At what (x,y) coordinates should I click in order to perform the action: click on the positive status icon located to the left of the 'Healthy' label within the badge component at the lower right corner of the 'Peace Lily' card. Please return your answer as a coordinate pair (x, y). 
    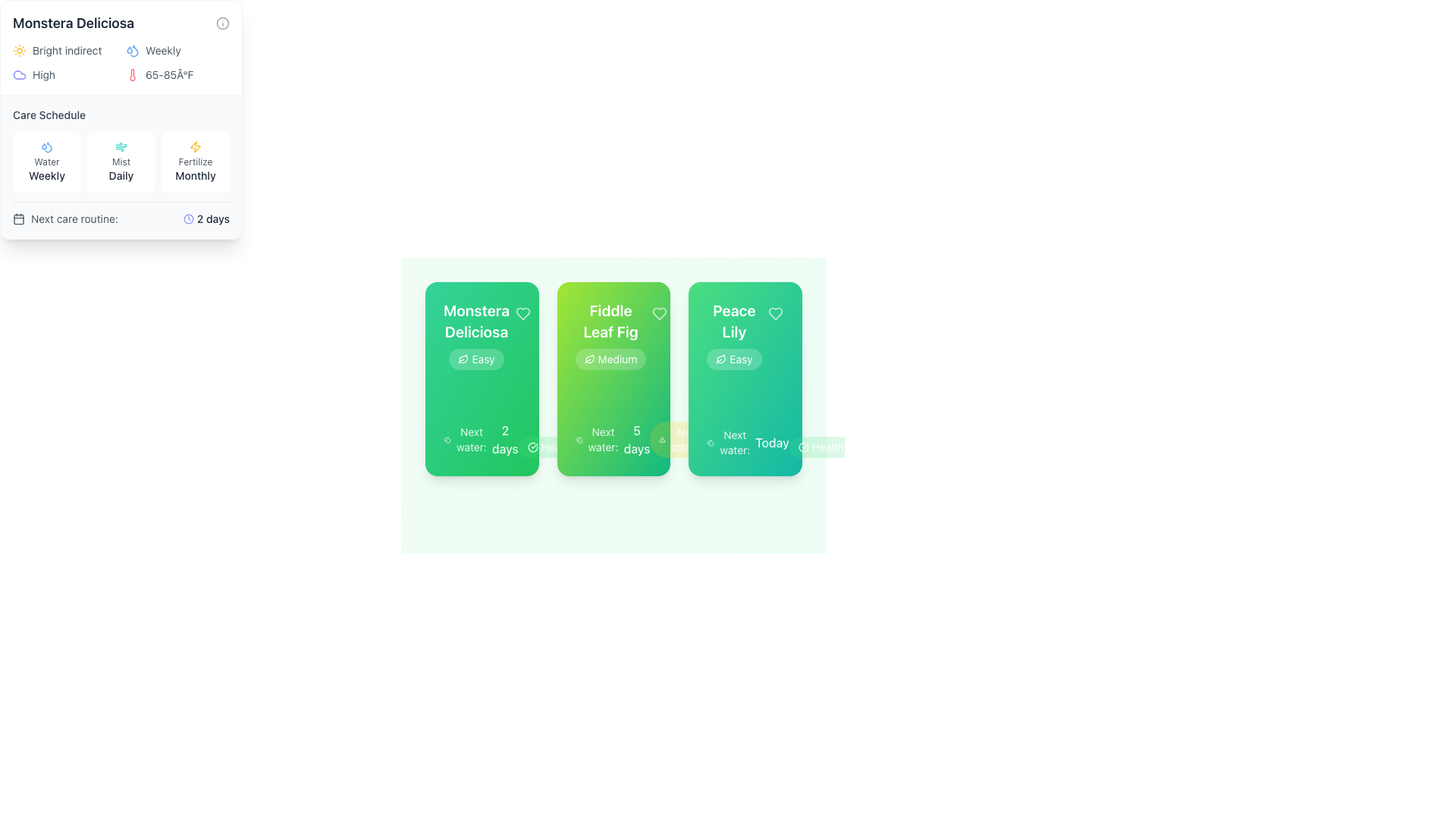
    Looking at the image, I should click on (802, 447).